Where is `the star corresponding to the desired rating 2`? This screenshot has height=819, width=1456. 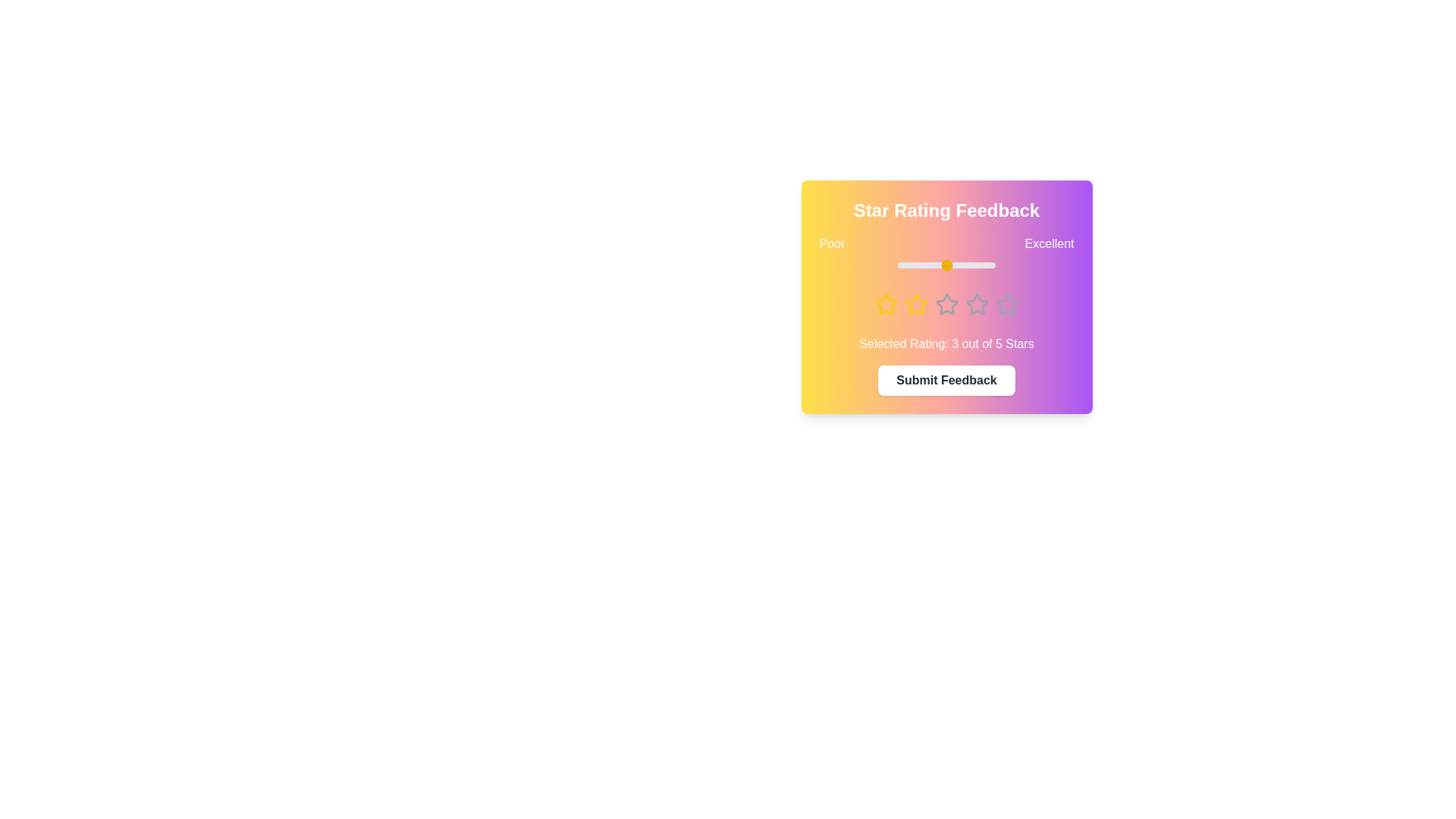
the star corresponding to the desired rating 2 is located at coordinates (915, 304).